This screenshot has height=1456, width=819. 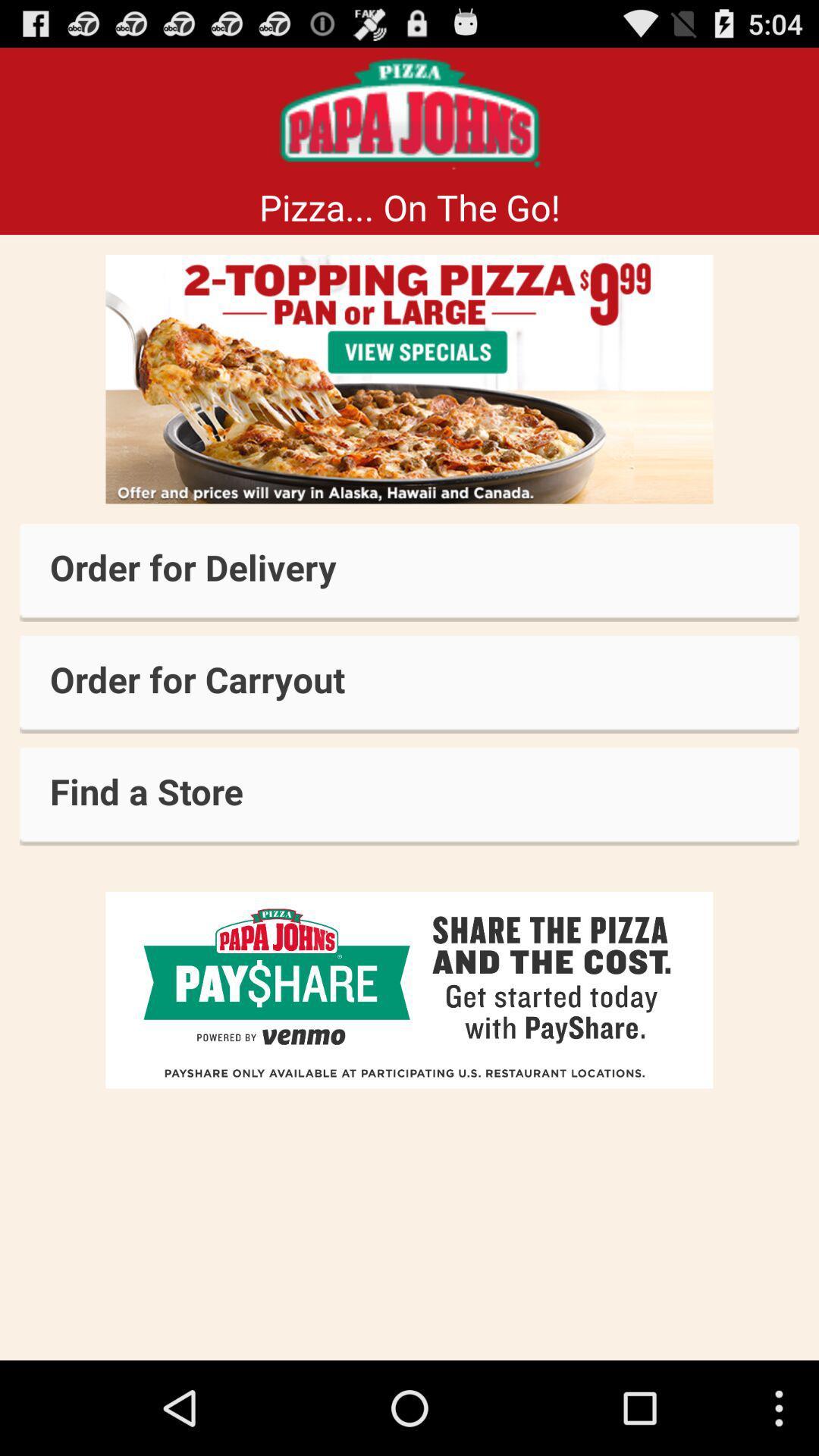 I want to click on the app below the pizza on the app, so click(x=409, y=379).